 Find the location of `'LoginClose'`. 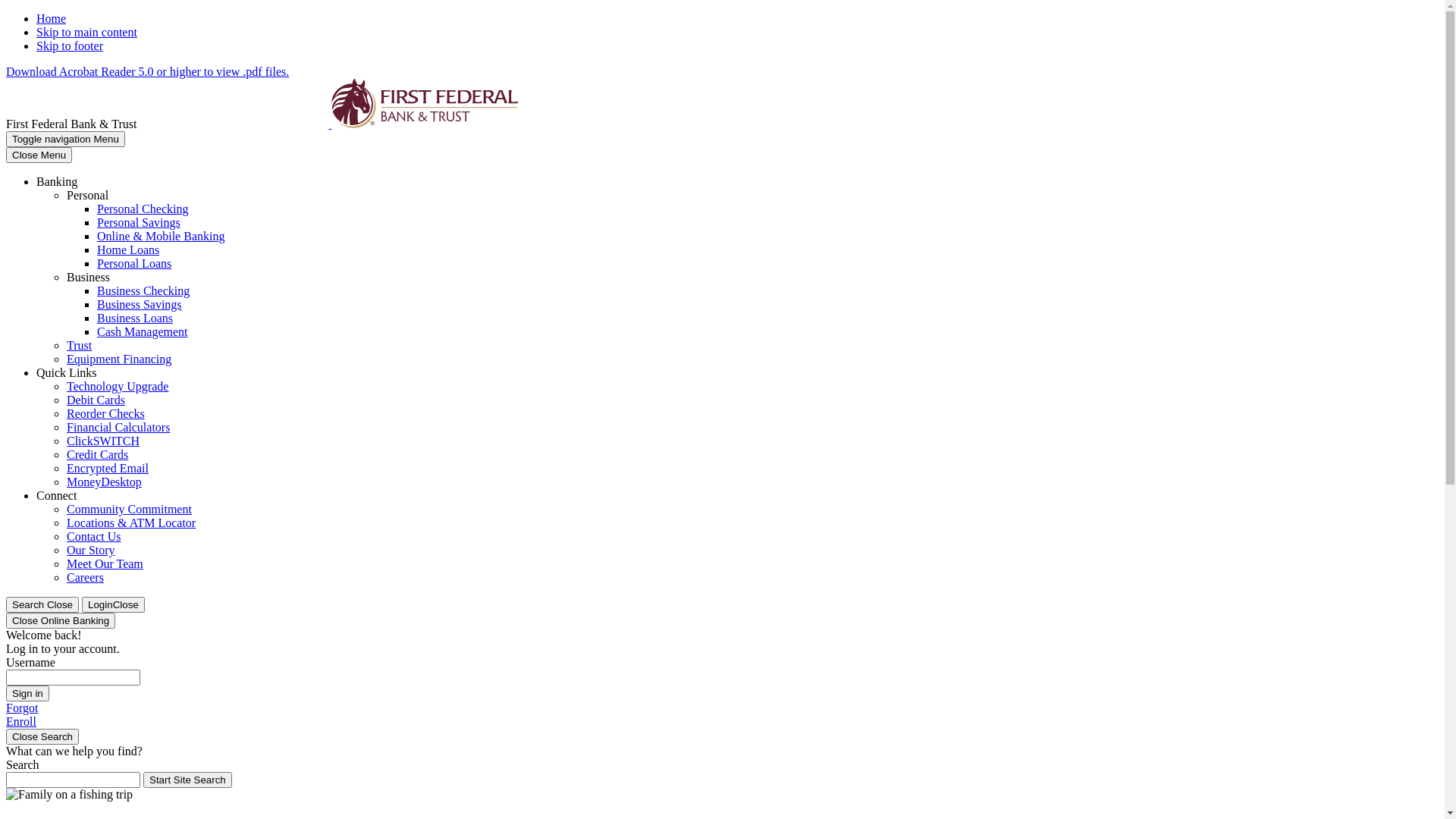

'LoginClose' is located at coordinates (112, 604).